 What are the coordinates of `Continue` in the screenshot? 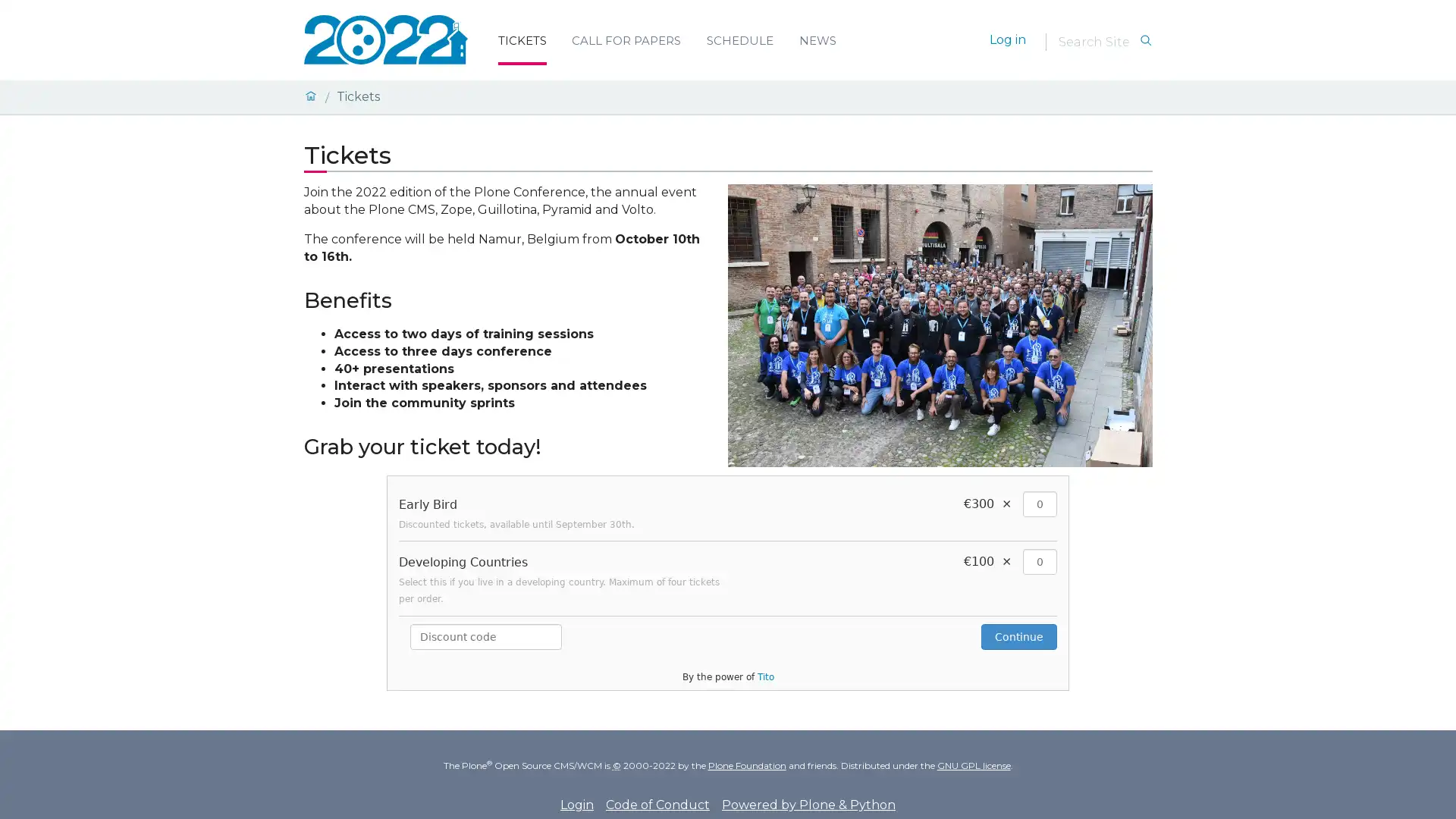 It's located at (1019, 637).